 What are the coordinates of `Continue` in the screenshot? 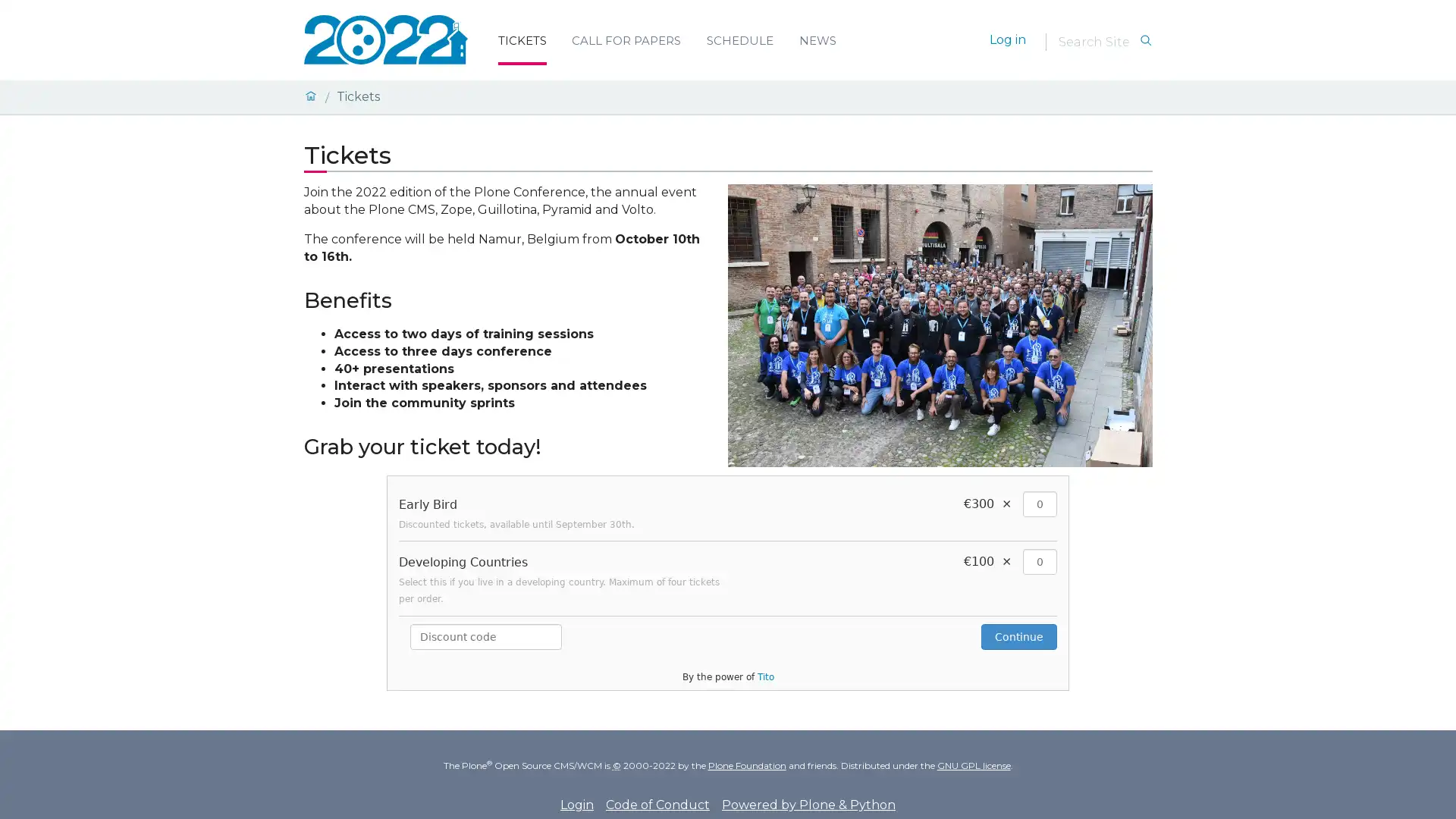 It's located at (1019, 637).